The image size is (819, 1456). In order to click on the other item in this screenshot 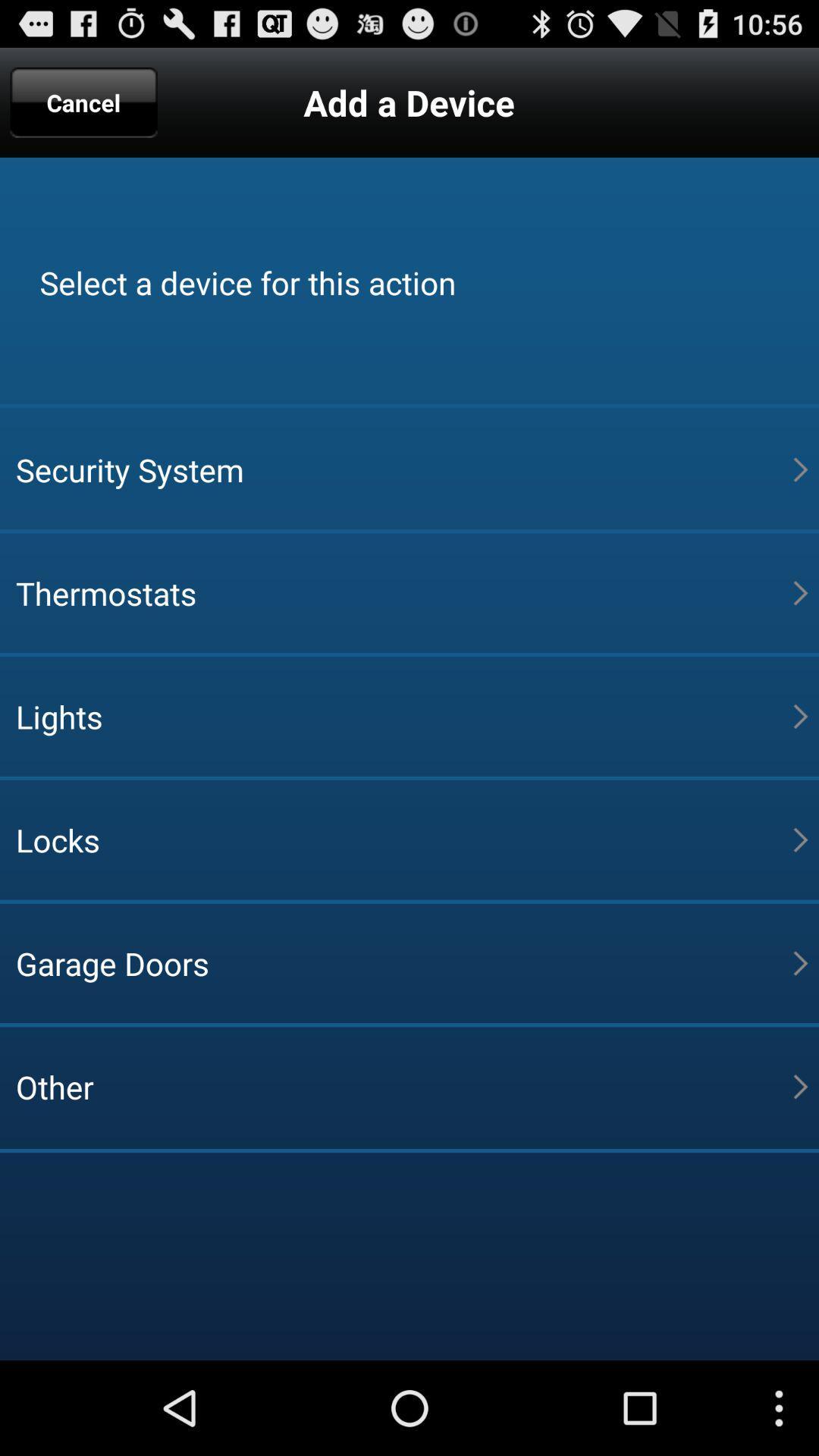, I will do `click(403, 1086)`.